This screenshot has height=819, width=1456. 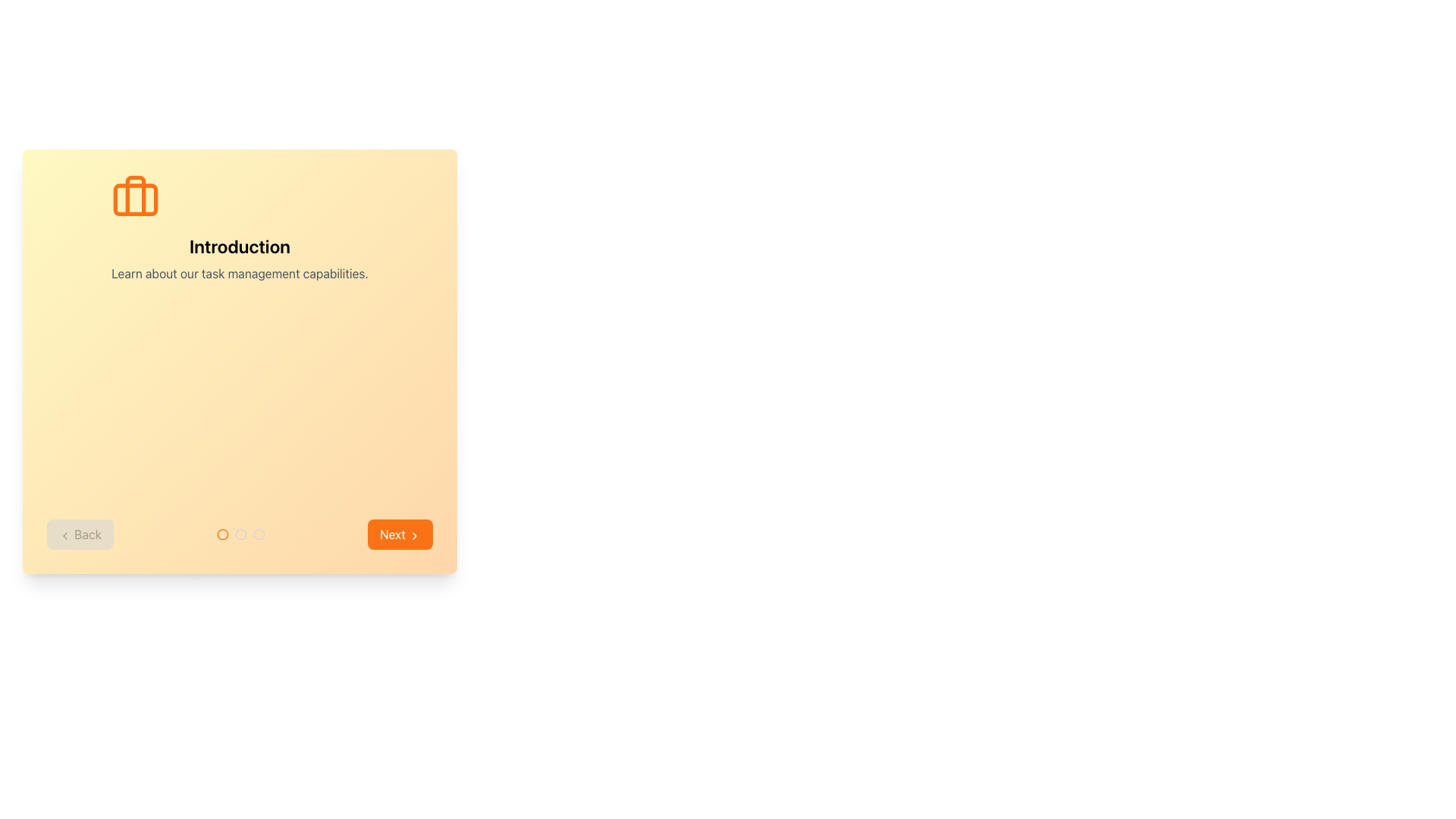 What do you see at coordinates (136, 199) in the screenshot?
I see `the rectangular segment of the orange briefcase icon, which is centered within the icon's composition` at bounding box center [136, 199].